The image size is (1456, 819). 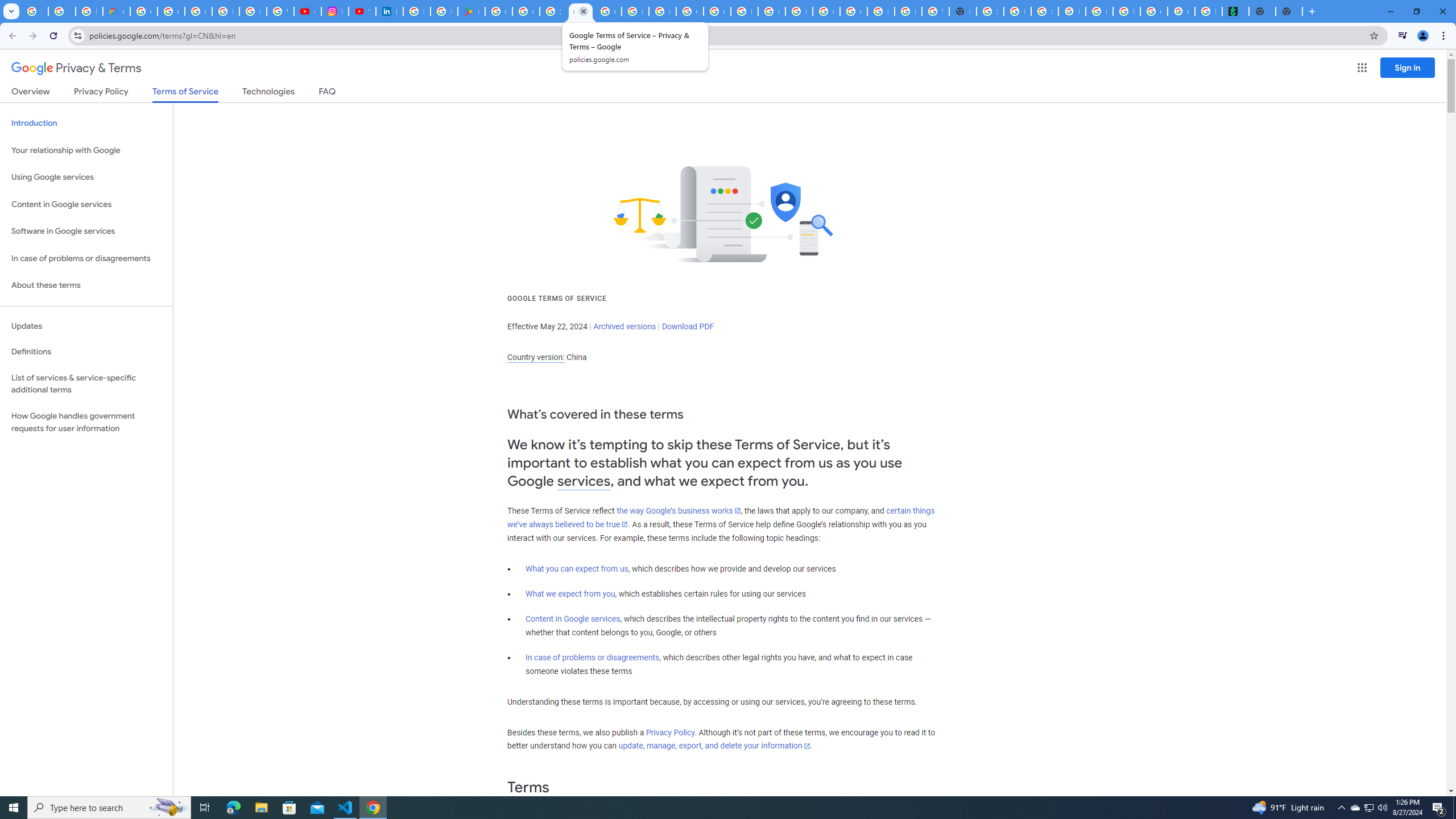 I want to click on '#nbabasketballhighlights - YouTube', so click(x=307, y=11).